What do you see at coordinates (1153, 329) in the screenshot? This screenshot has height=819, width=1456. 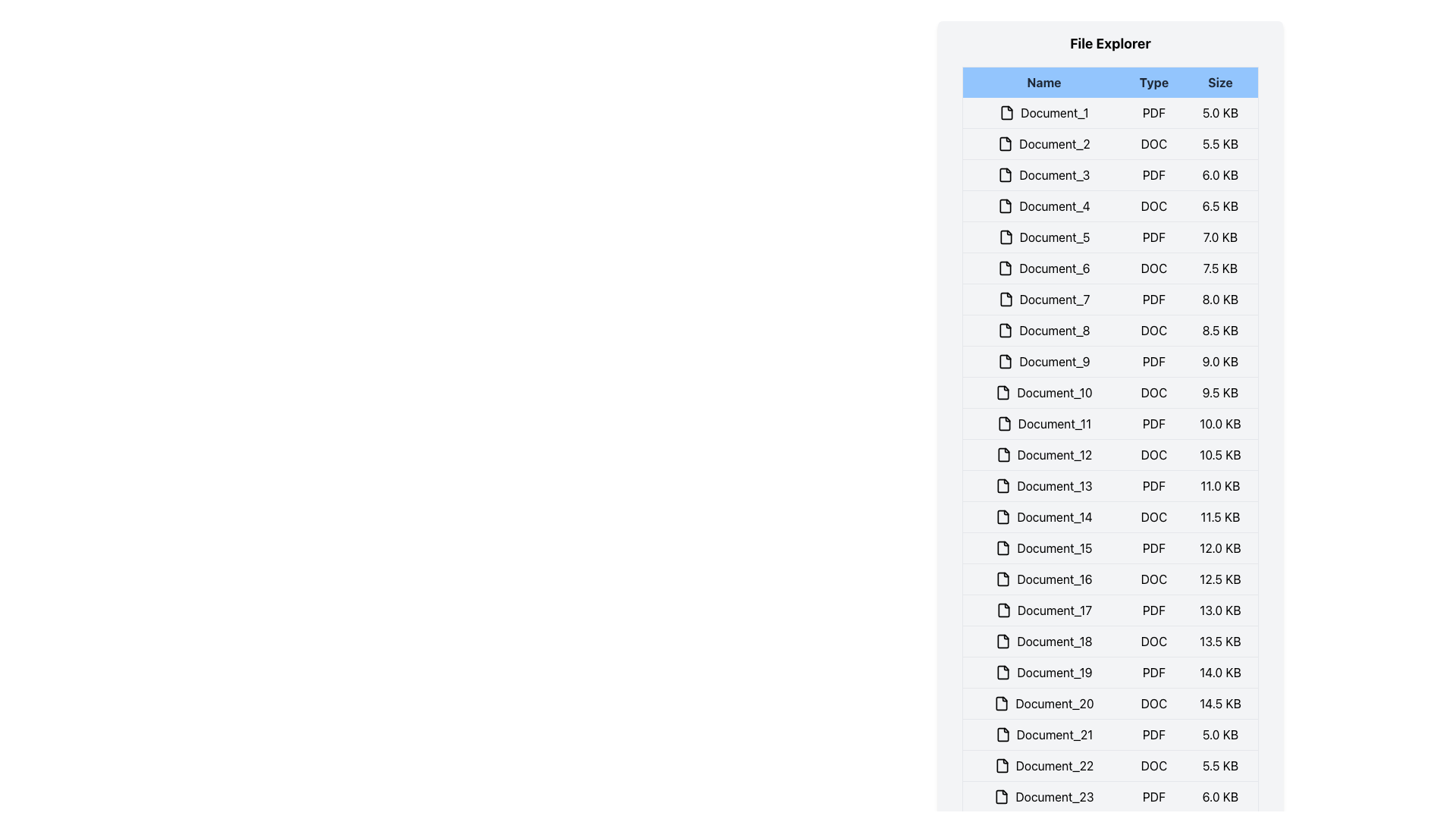 I see `the text label indicating the file type of 'Document_8' in the 'Type' column` at bounding box center [1153, 329].